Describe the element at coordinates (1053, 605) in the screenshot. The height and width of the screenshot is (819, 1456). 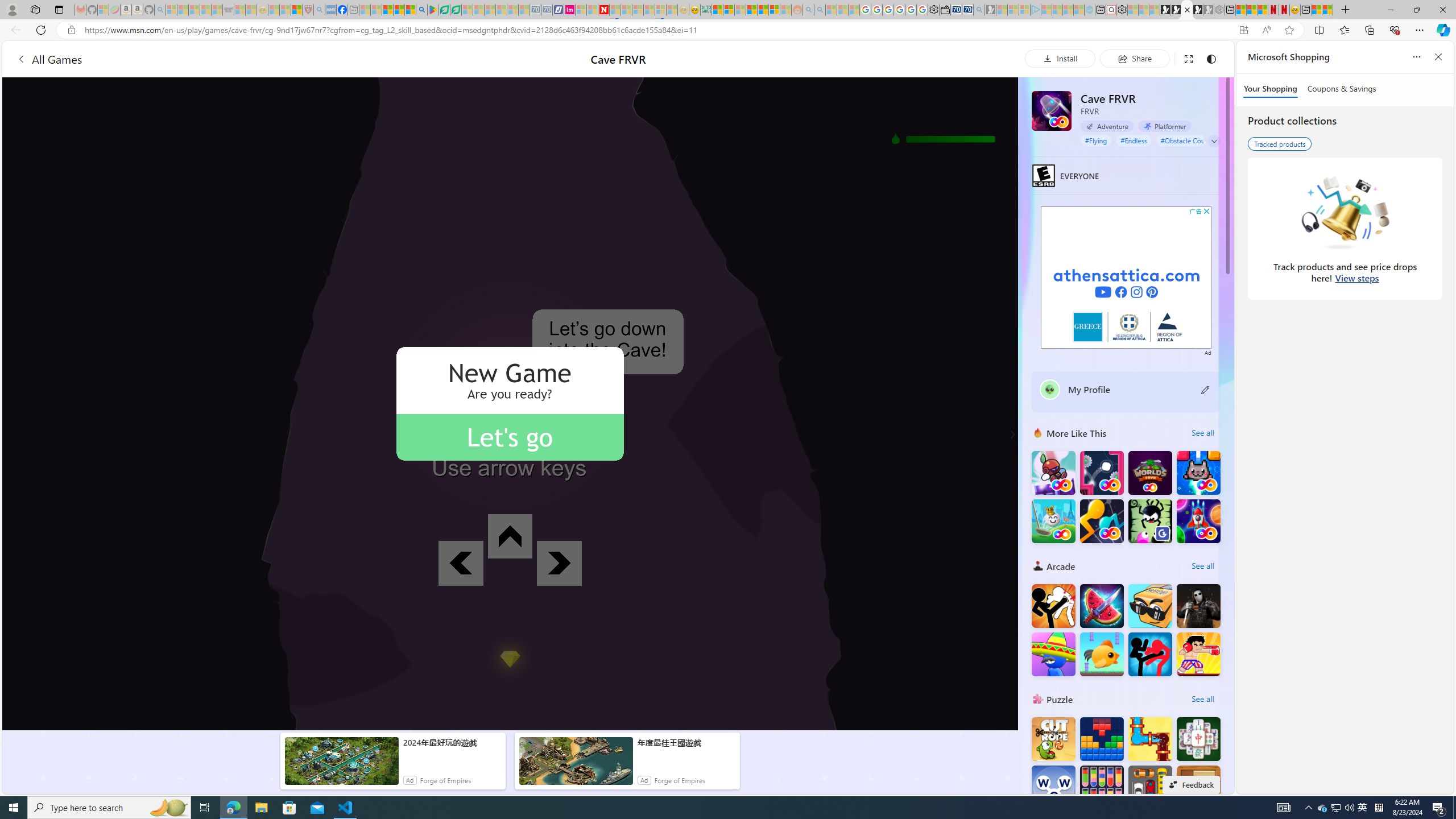
I see `'Stickman Fighter : Mega Brawl'` at that location.